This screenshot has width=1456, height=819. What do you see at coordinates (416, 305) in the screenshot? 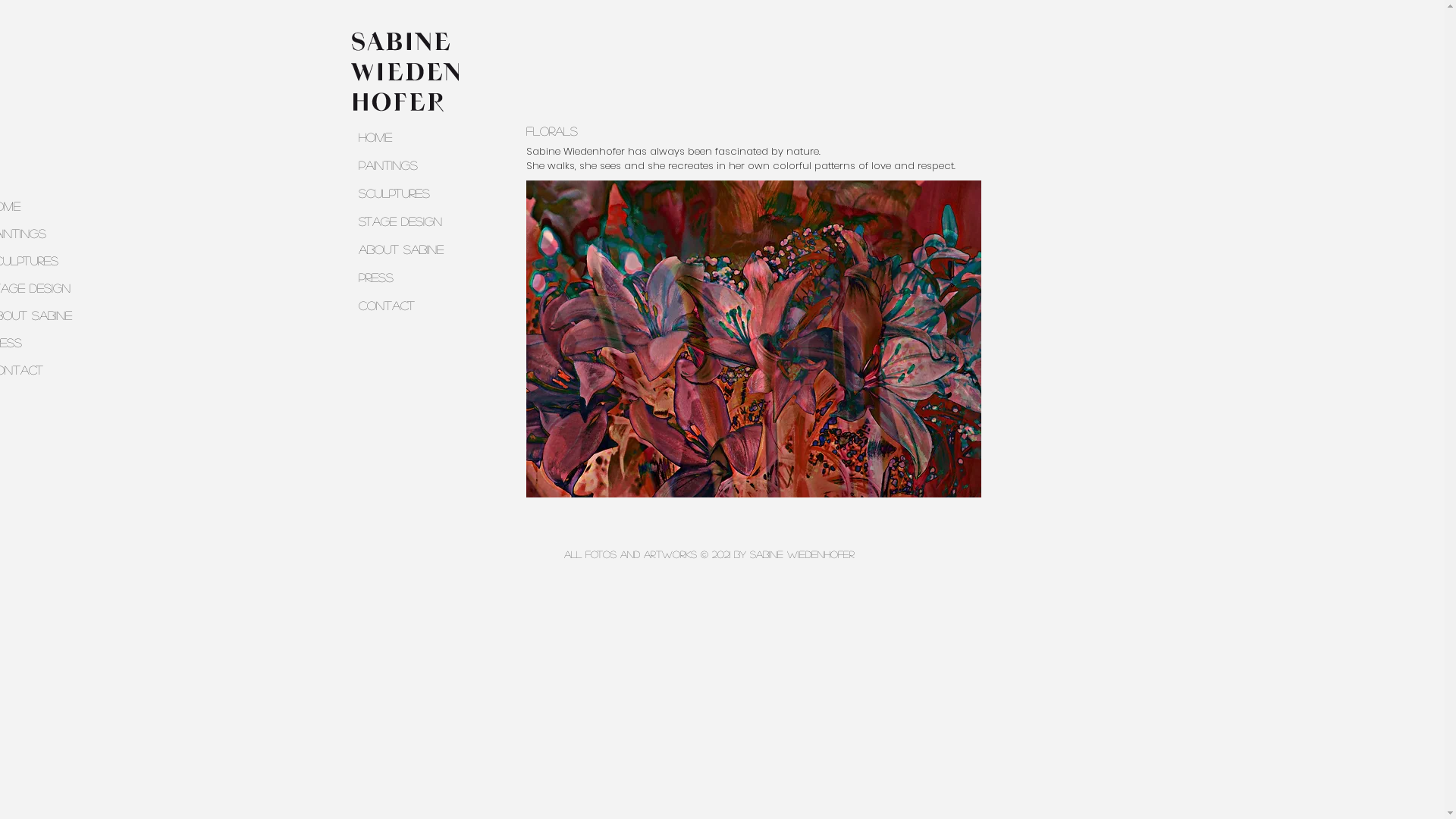
I see `'Contact'` at bounding box center [416, 305].